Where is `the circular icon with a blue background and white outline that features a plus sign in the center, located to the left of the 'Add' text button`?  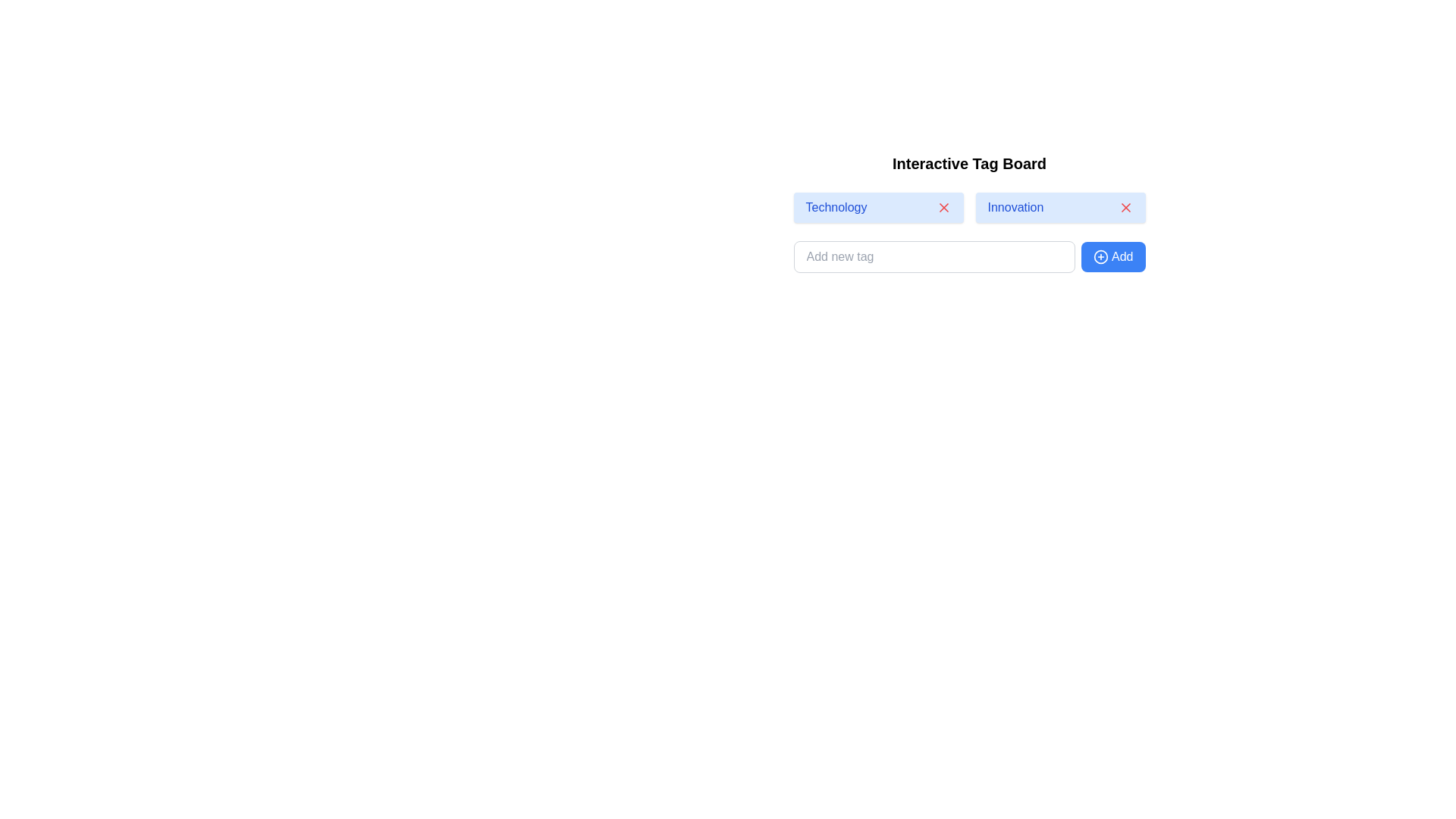
the circular icon with a blue background and white outline that features a plus sign in the center, located to the left of the 'Add' text button is located at coordinates (1101, 256).